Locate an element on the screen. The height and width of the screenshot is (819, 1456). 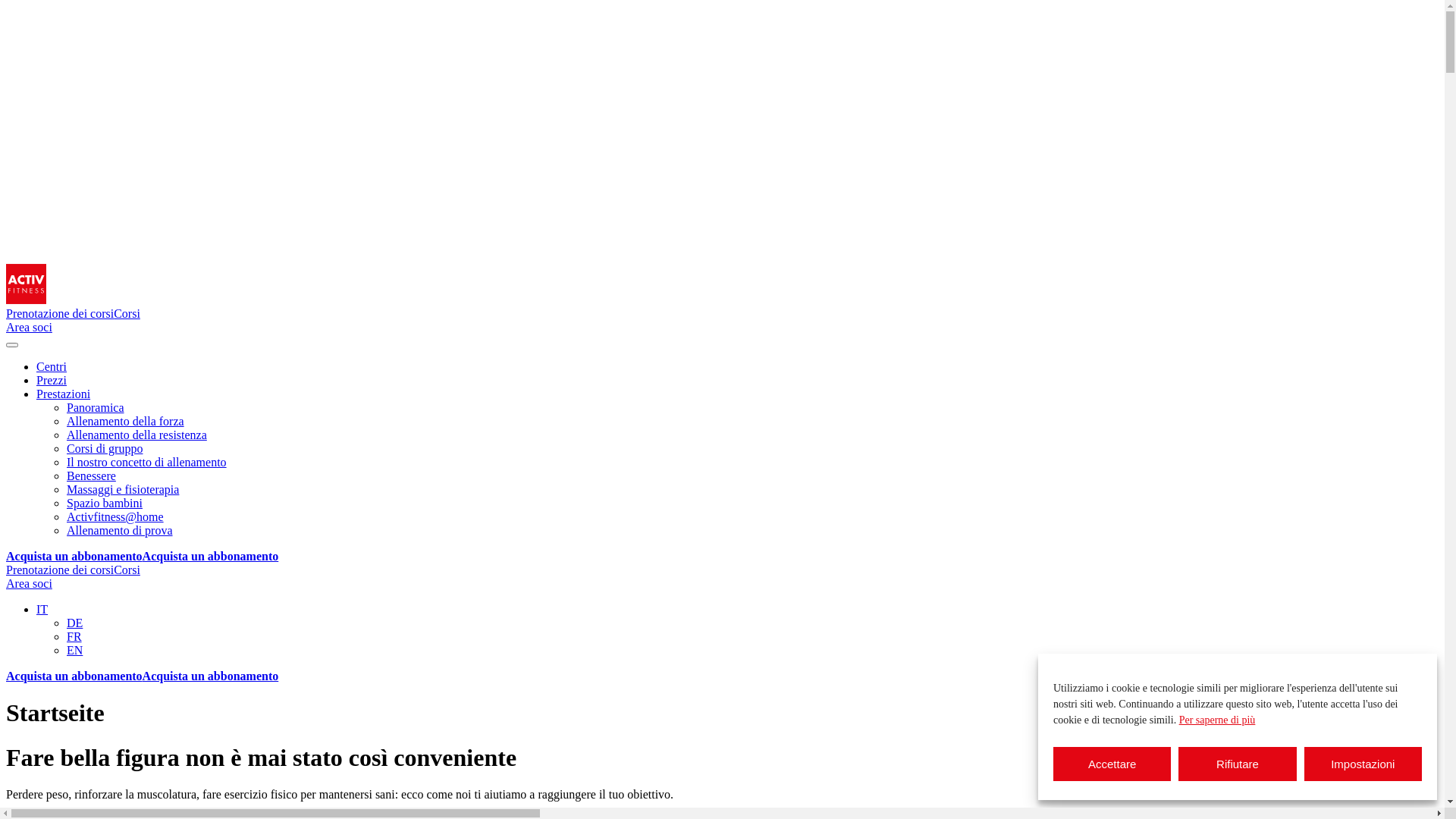
'Accettare' is located at coordinates (1112, 764).